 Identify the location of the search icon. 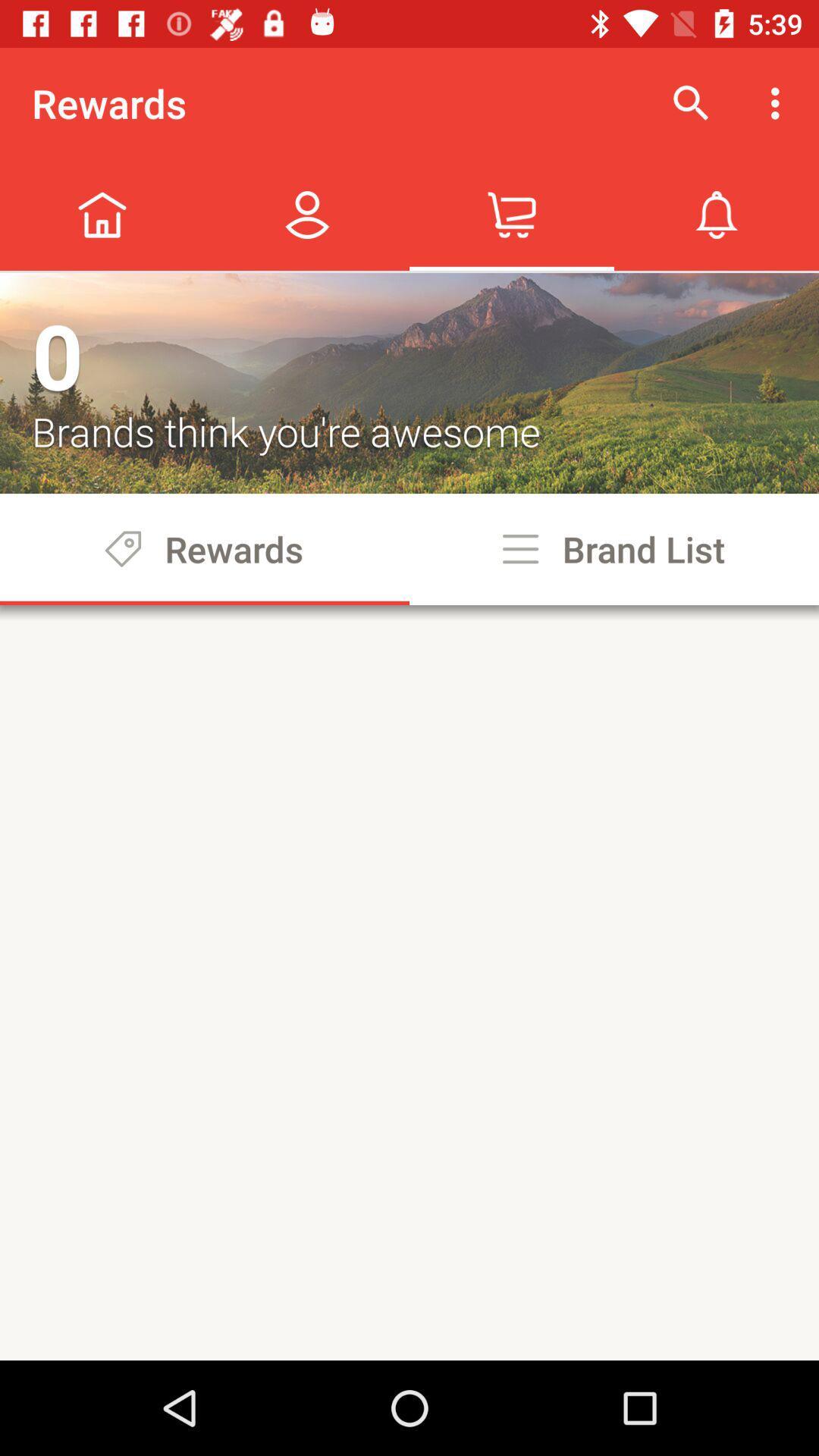
(691, 103).